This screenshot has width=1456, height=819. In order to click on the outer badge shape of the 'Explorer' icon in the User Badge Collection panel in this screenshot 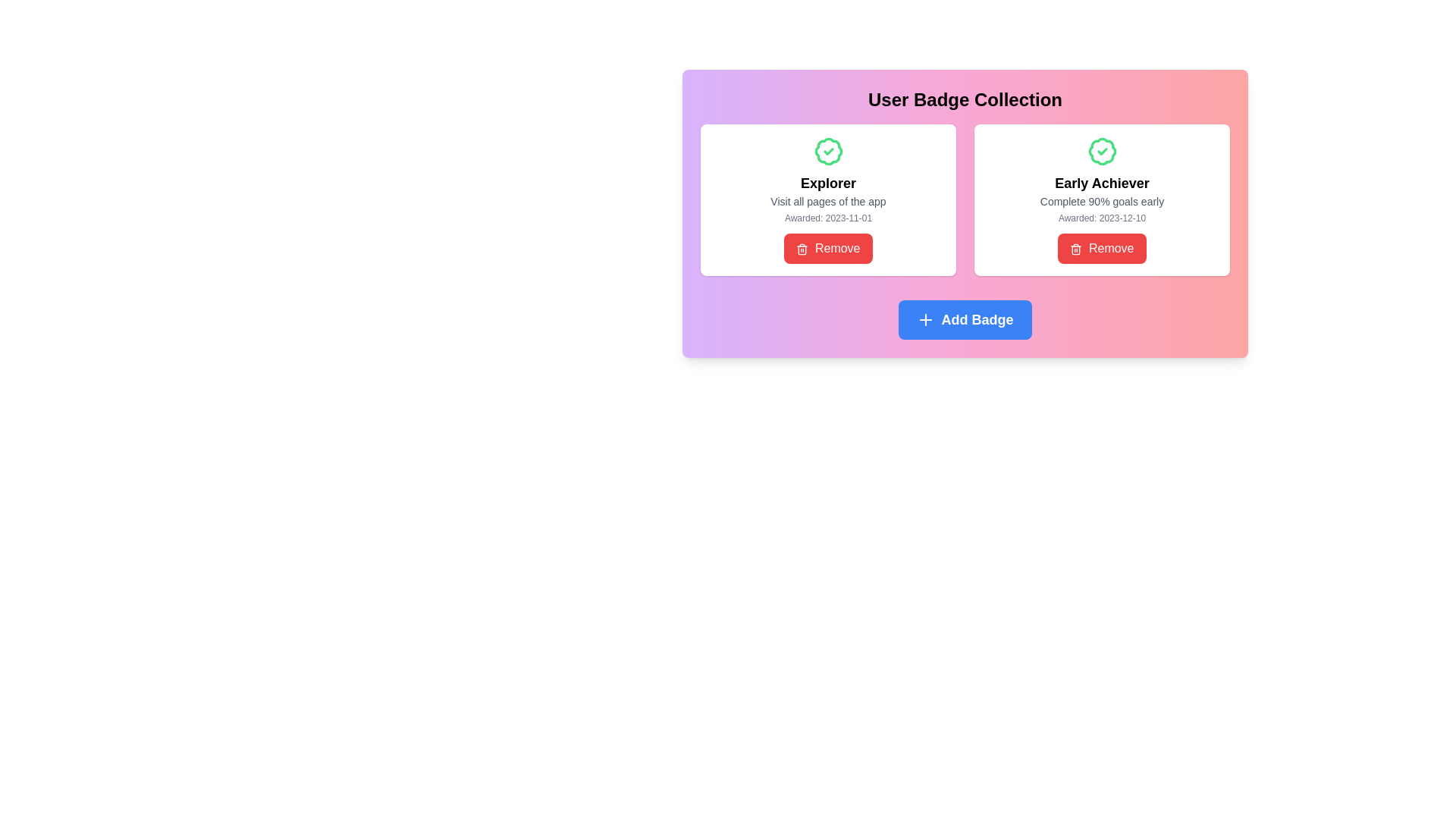, I will do `click(827, 152)`.